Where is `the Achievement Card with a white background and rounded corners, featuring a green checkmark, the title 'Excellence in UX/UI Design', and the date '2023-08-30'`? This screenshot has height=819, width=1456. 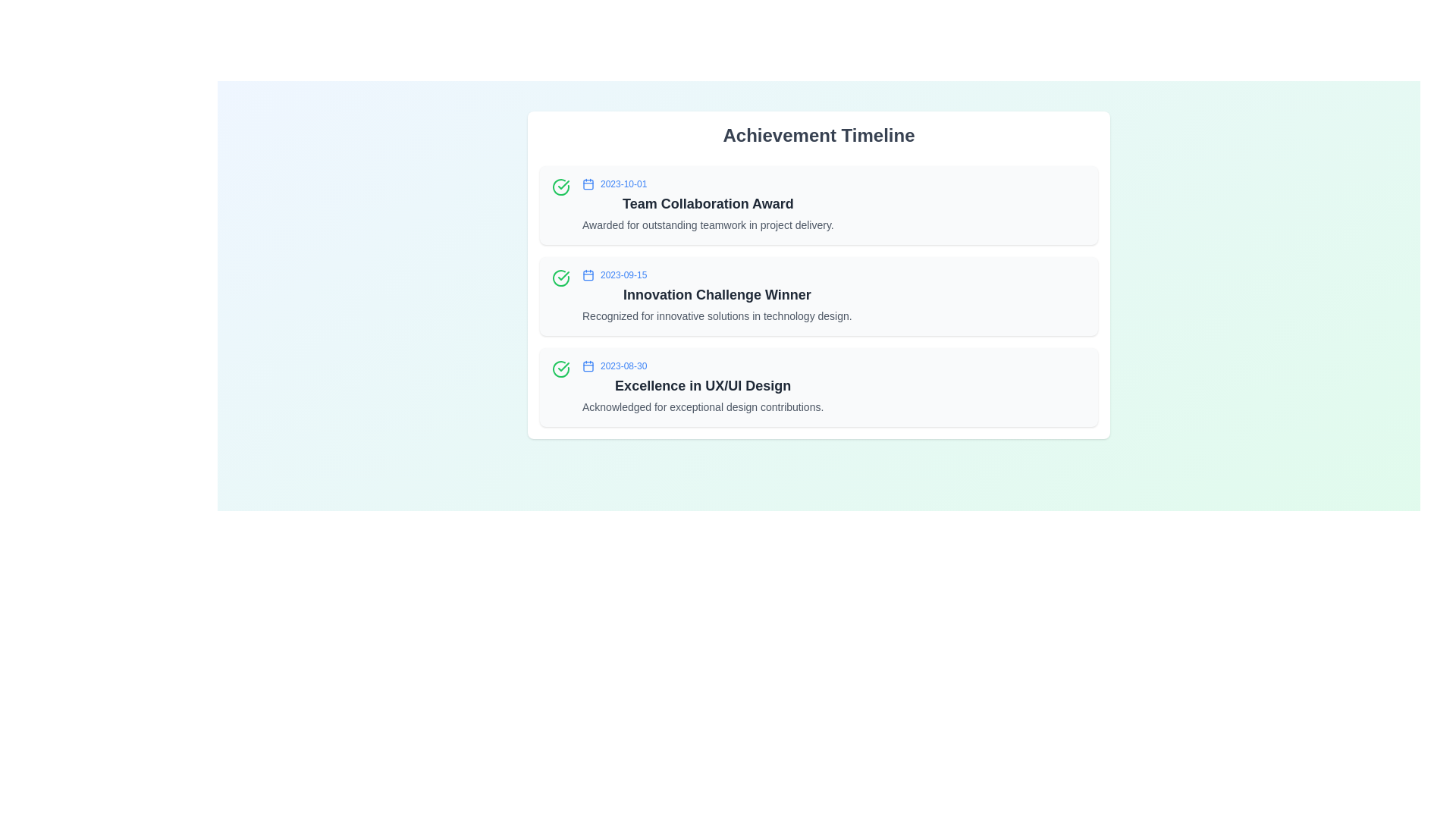 the Achievement Card with a white background and rounded corners, featuring a green checkmark, the title 'Excellence in UX/UI Design', and the date '2023-08-30' is located at coordinates (818, 386).